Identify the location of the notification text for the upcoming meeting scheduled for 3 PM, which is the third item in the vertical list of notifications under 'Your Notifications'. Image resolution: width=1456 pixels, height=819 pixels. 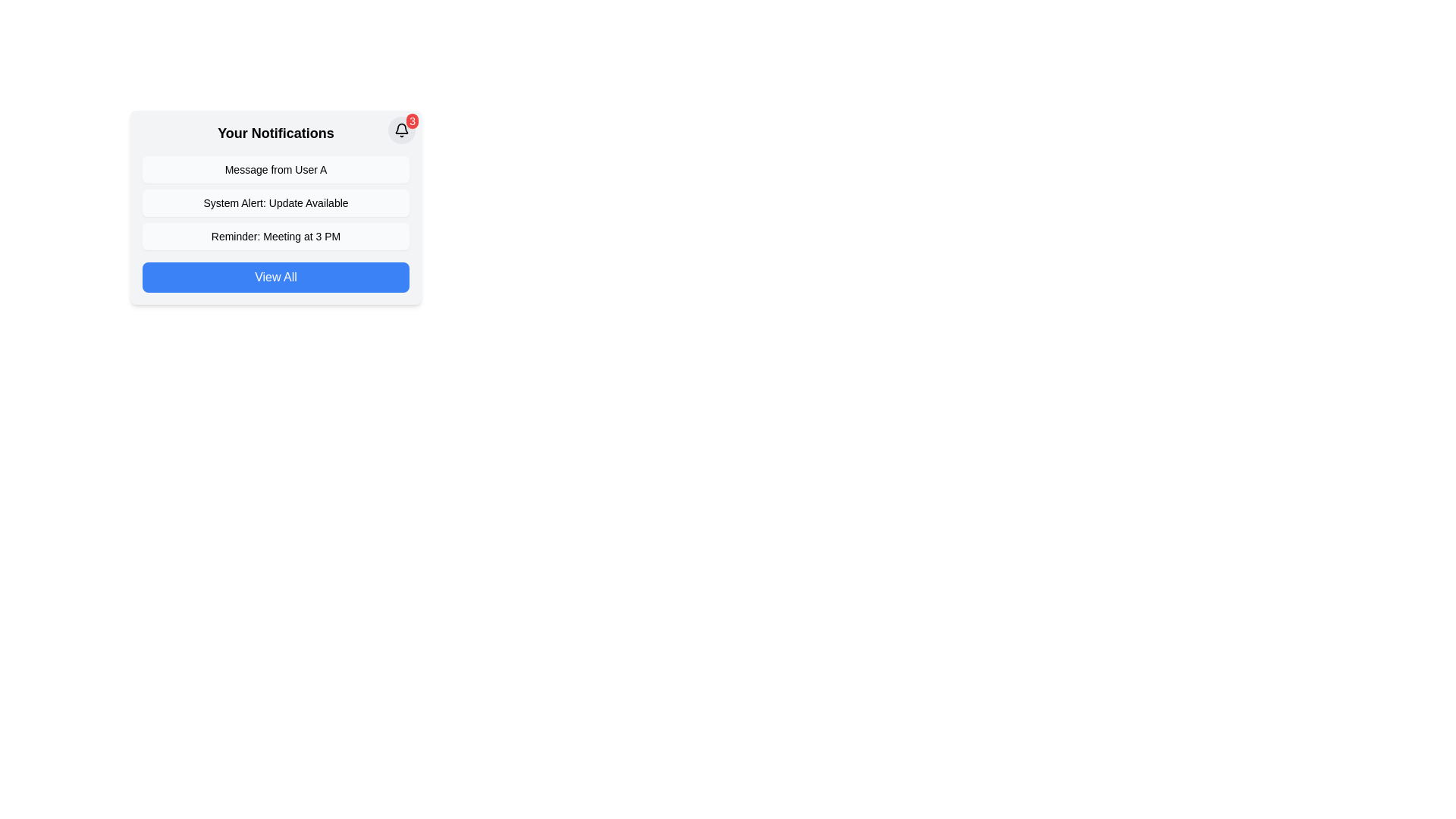
(276, 237).